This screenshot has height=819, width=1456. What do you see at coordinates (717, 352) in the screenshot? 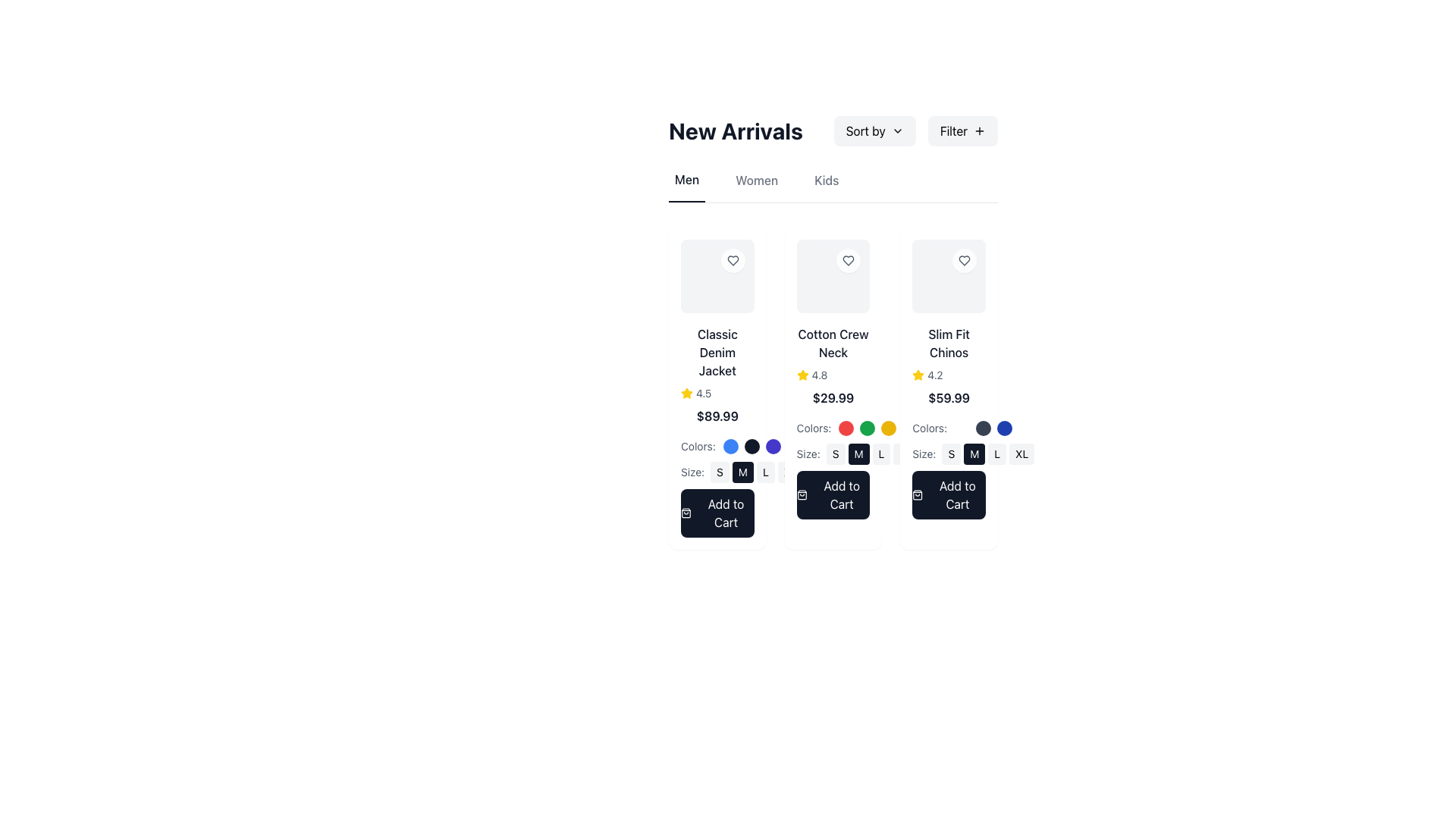
I see `the text label displaying the product name 'Classic Denim Jacket', which is the most prominent text in its product card` at bounding box center [717, 352].